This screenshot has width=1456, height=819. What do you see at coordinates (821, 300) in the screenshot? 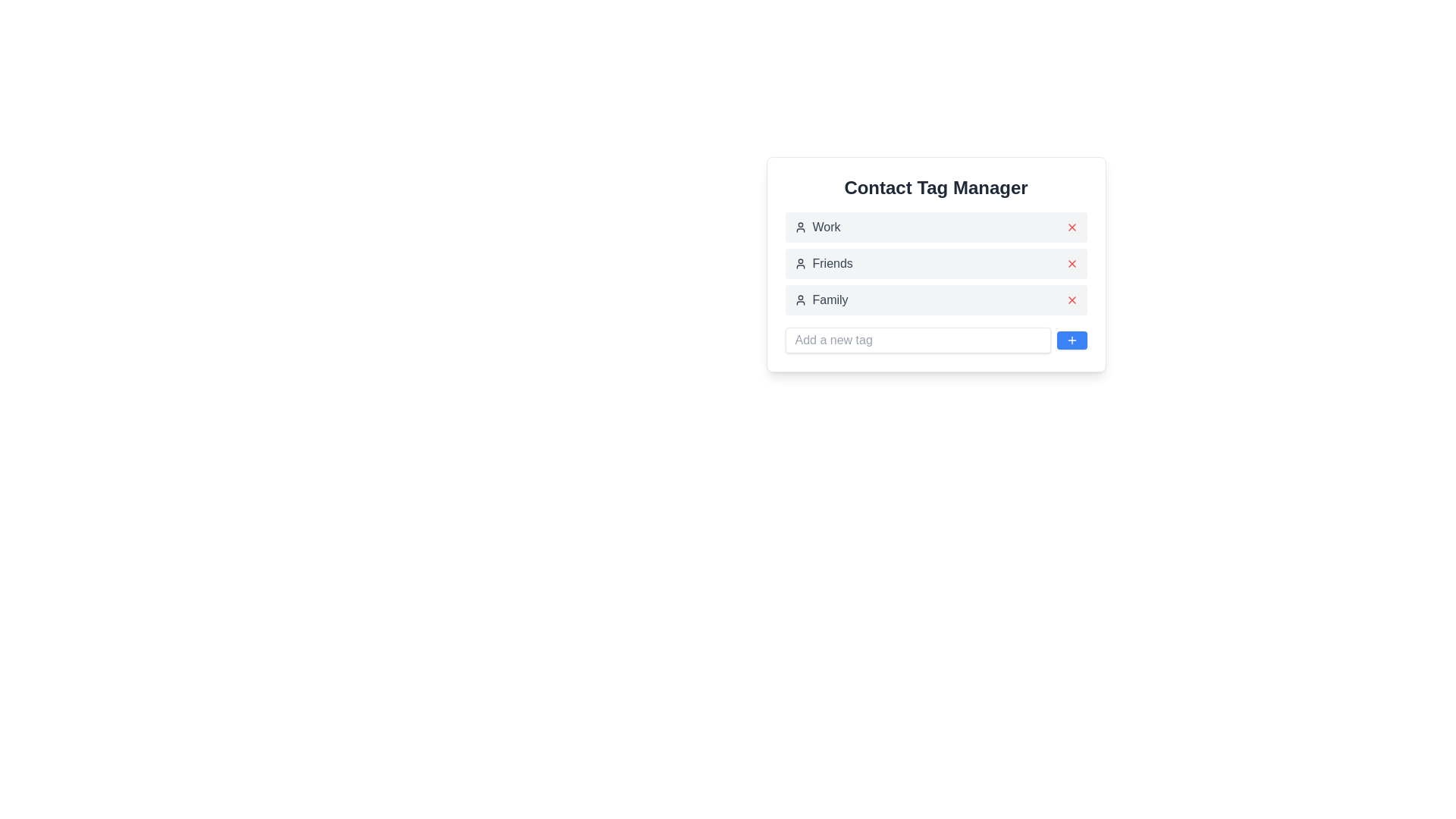
I see `the label with an icon in the 'Contact Tag Manager' that is the third item in the list of tags, situated between 'Friends' and the input field for adding new tags` at bounding box center [821, 300].